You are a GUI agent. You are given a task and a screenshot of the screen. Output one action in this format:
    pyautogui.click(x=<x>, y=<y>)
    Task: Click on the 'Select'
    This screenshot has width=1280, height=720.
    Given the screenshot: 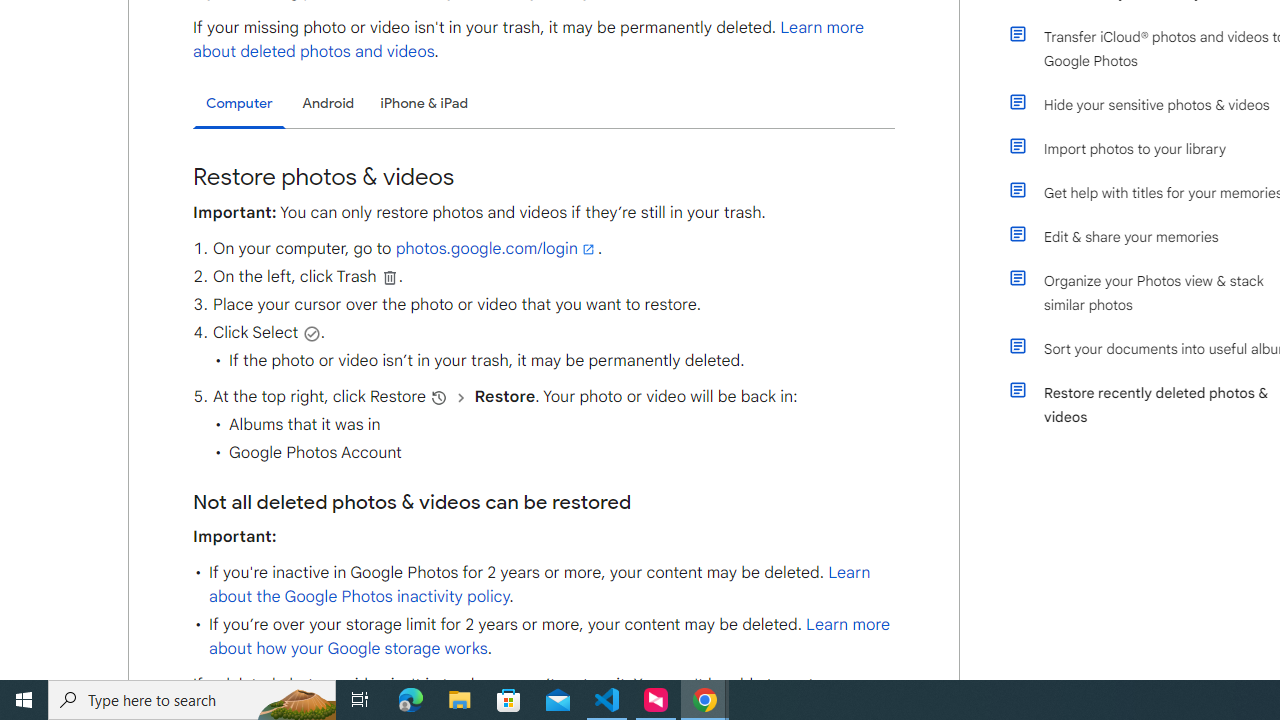 What is the action you would take?
    pyautogui.click(x=310, y=332)
    